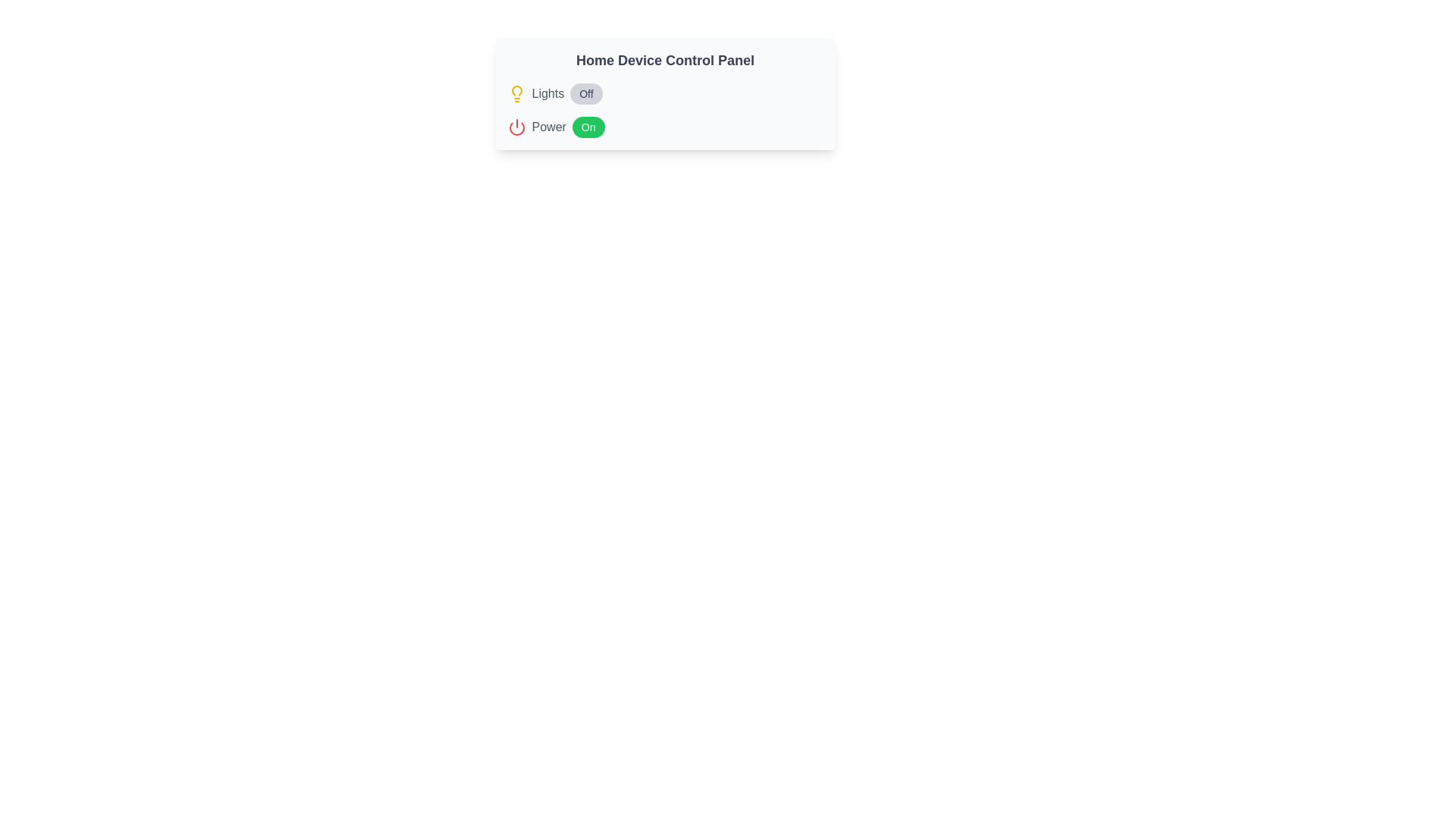 This screenshot has width=1456, height=819. What do you see at coordinates (585, 93) in the screenshot?
I see `the rounded rectangle button labeled 'Off' with a light gray background` at bounding box center [585, 93].